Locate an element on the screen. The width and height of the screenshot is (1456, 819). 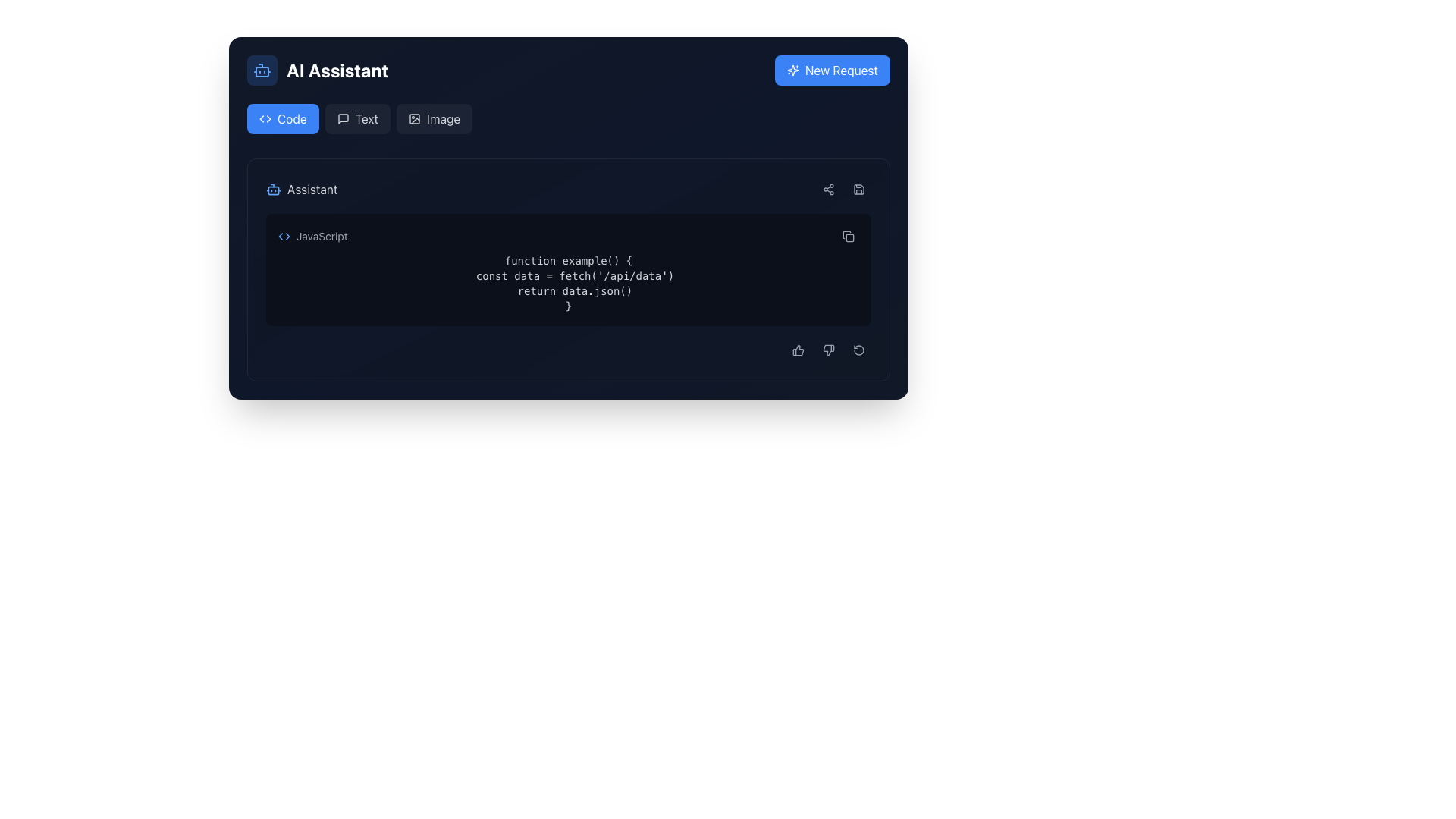
the 'New Request' button which contains a sparkles glyph icon on its left side is located at coordinates (792, 70).